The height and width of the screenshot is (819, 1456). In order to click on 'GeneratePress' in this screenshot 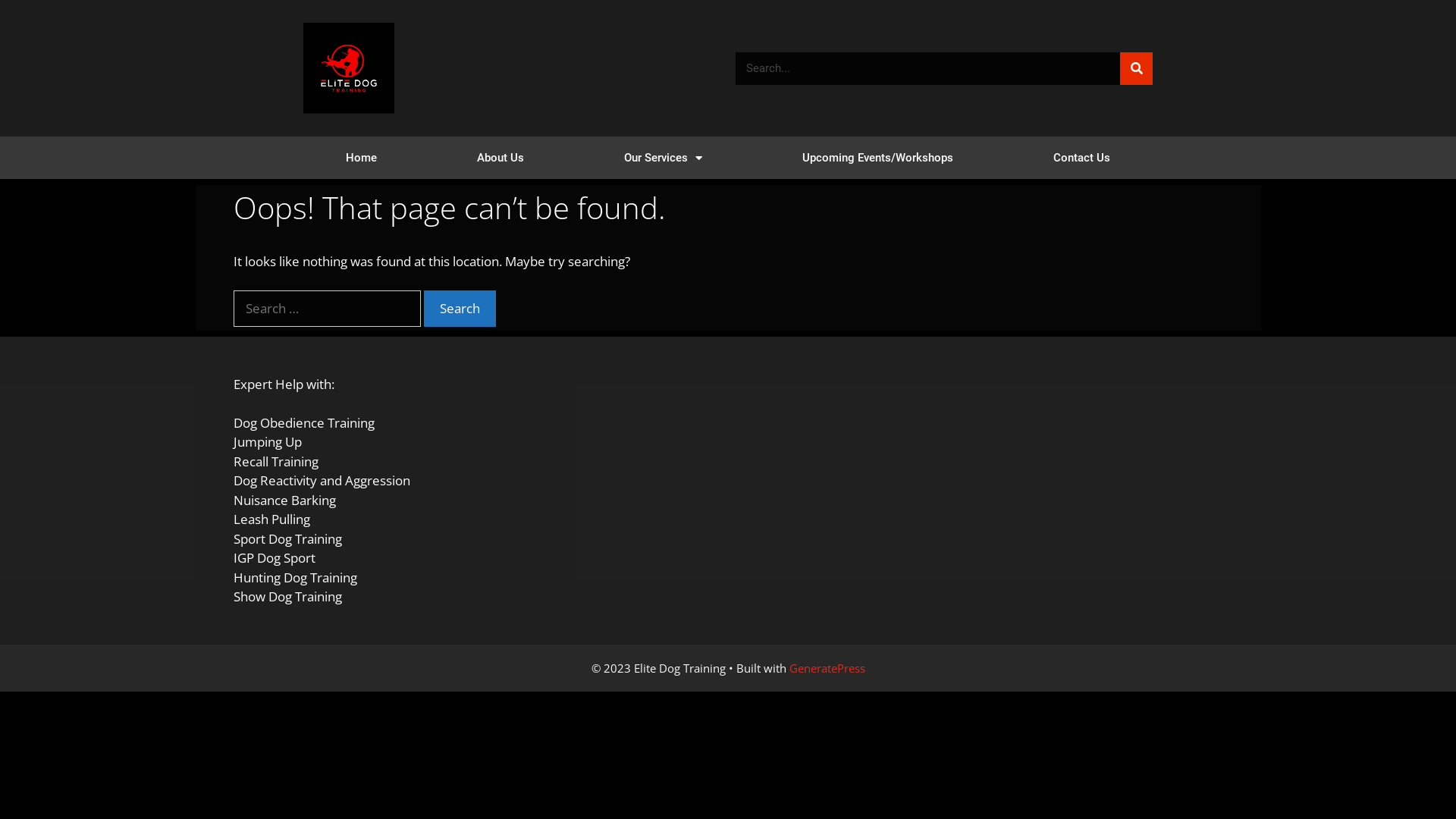, I will do `click(789, 666)`.